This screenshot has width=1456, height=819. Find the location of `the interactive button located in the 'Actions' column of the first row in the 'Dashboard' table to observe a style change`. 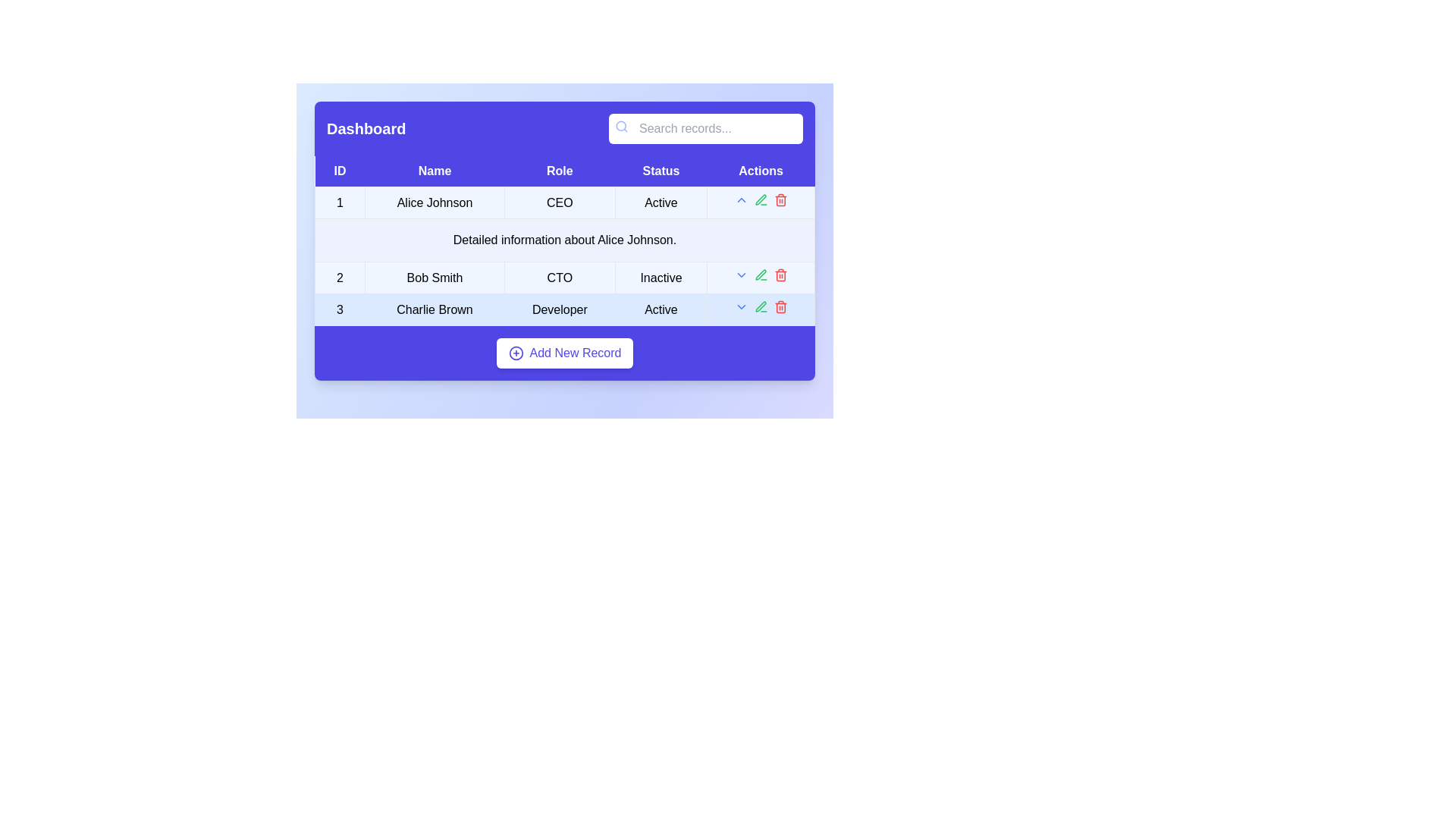

the interactive button located in the 'Actions' column of the first row in the 'Dashboard' table to observe a style change is located at coordinates (741, 307).